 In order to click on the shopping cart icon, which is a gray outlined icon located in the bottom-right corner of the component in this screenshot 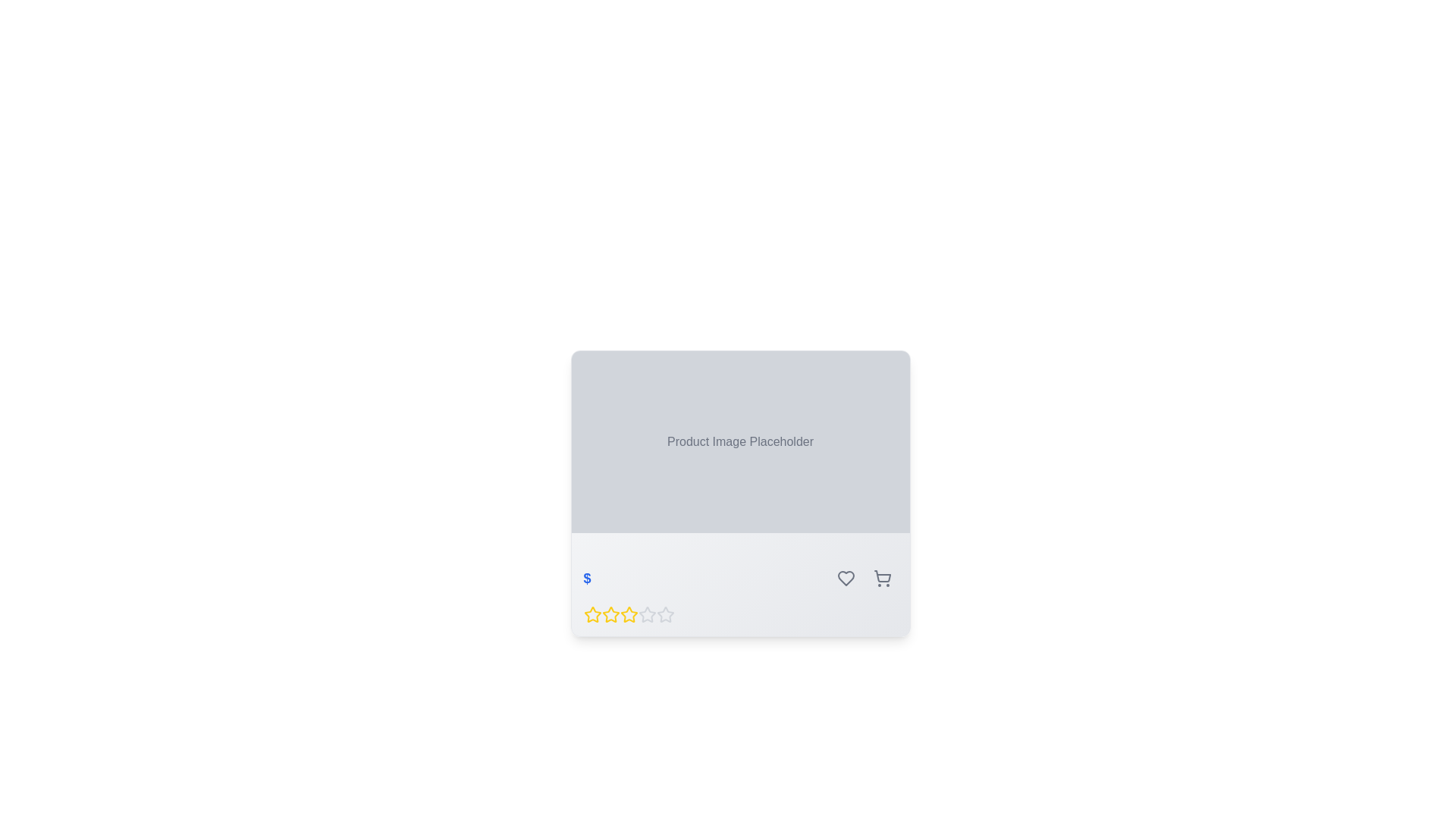, I will do `click(882, 579)`.